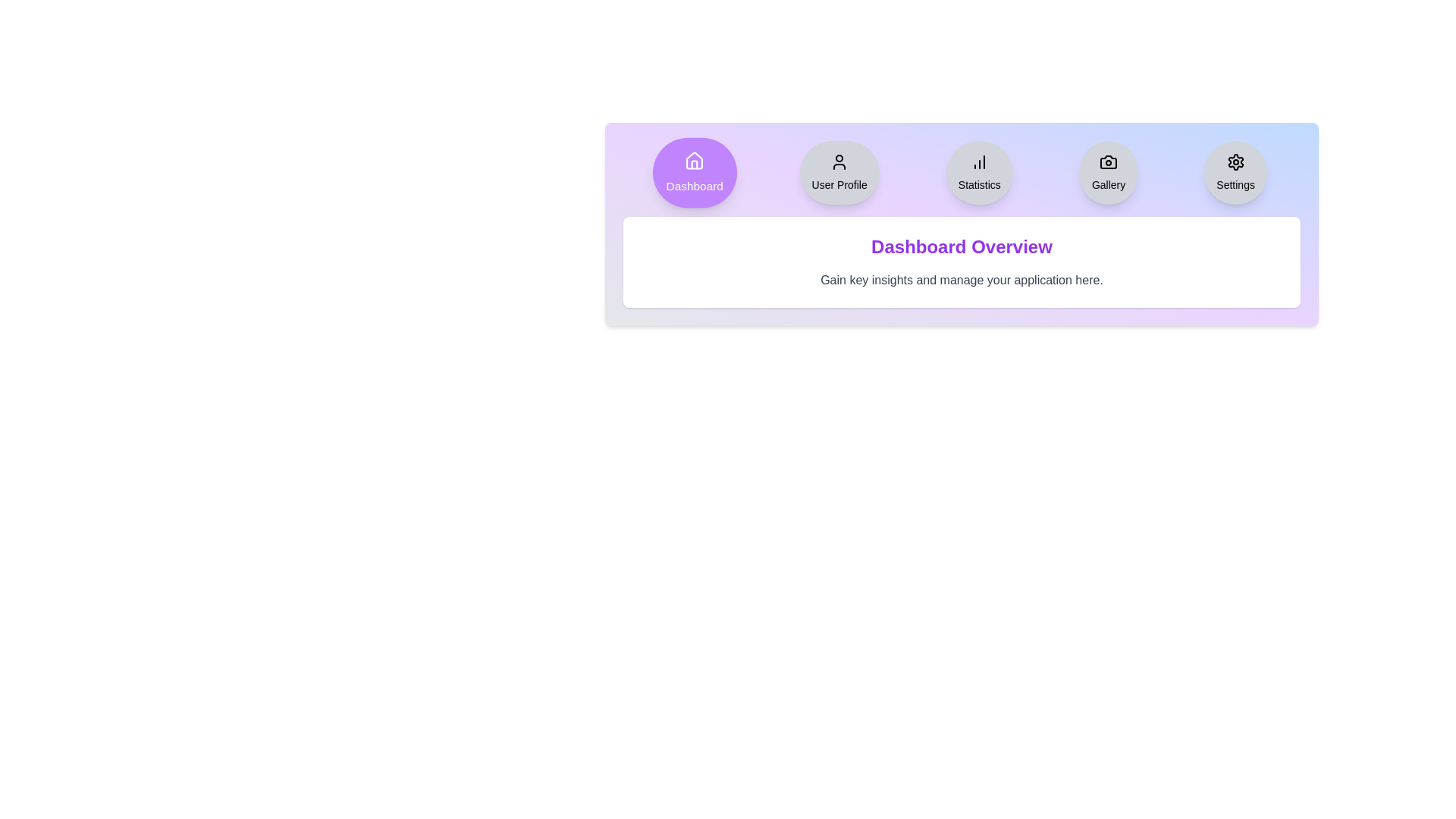  Describe the element at coordinates (1109, 162) in the screenshot. I see `the 'Gallery' icon, which is the fourth circular button from the left in the top navigation bar` at that location.